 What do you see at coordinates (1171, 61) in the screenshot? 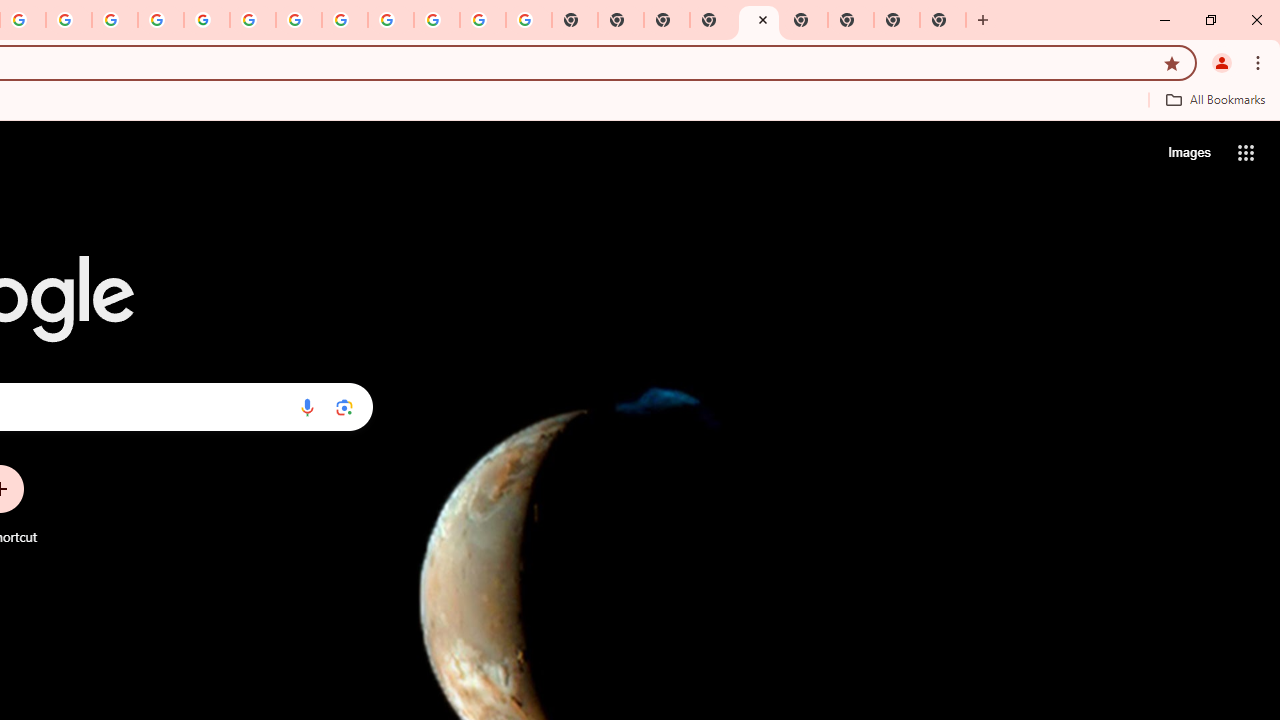
I see `'Bookmark this tab'` at bounding box center [1171, 61].